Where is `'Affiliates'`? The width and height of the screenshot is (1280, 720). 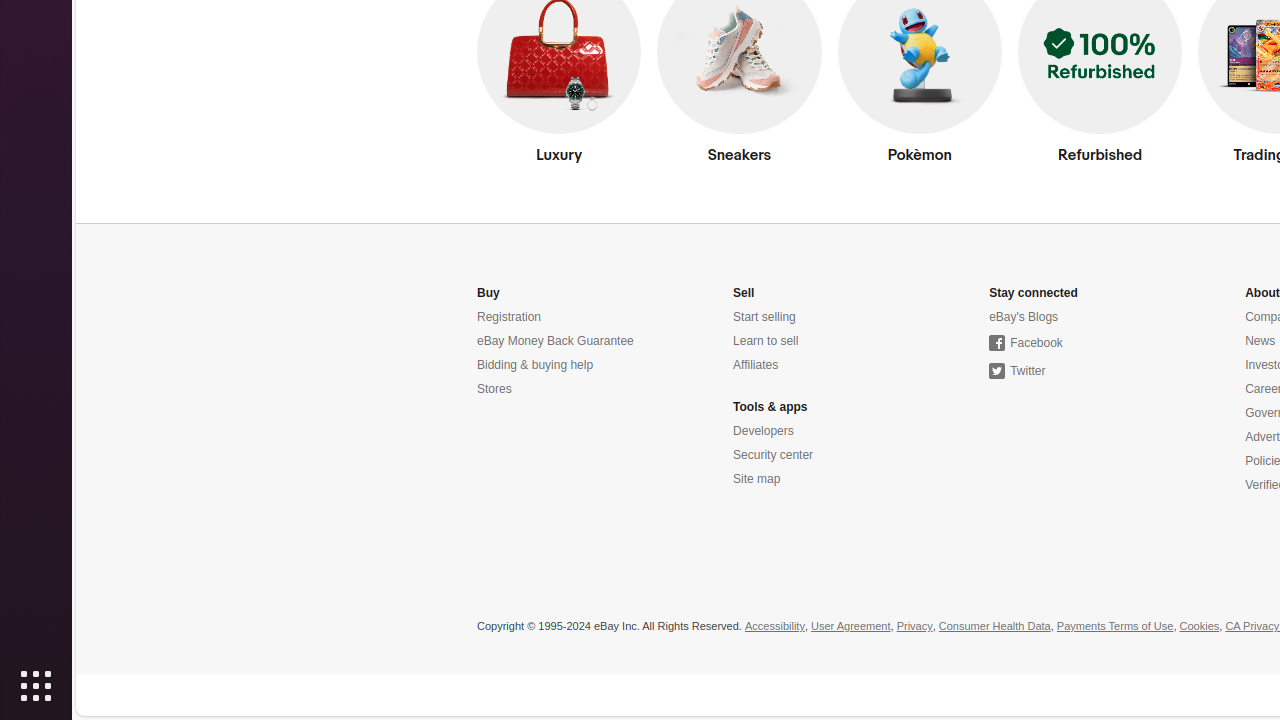
'Affiliates' is located at coordinates (754, 365).